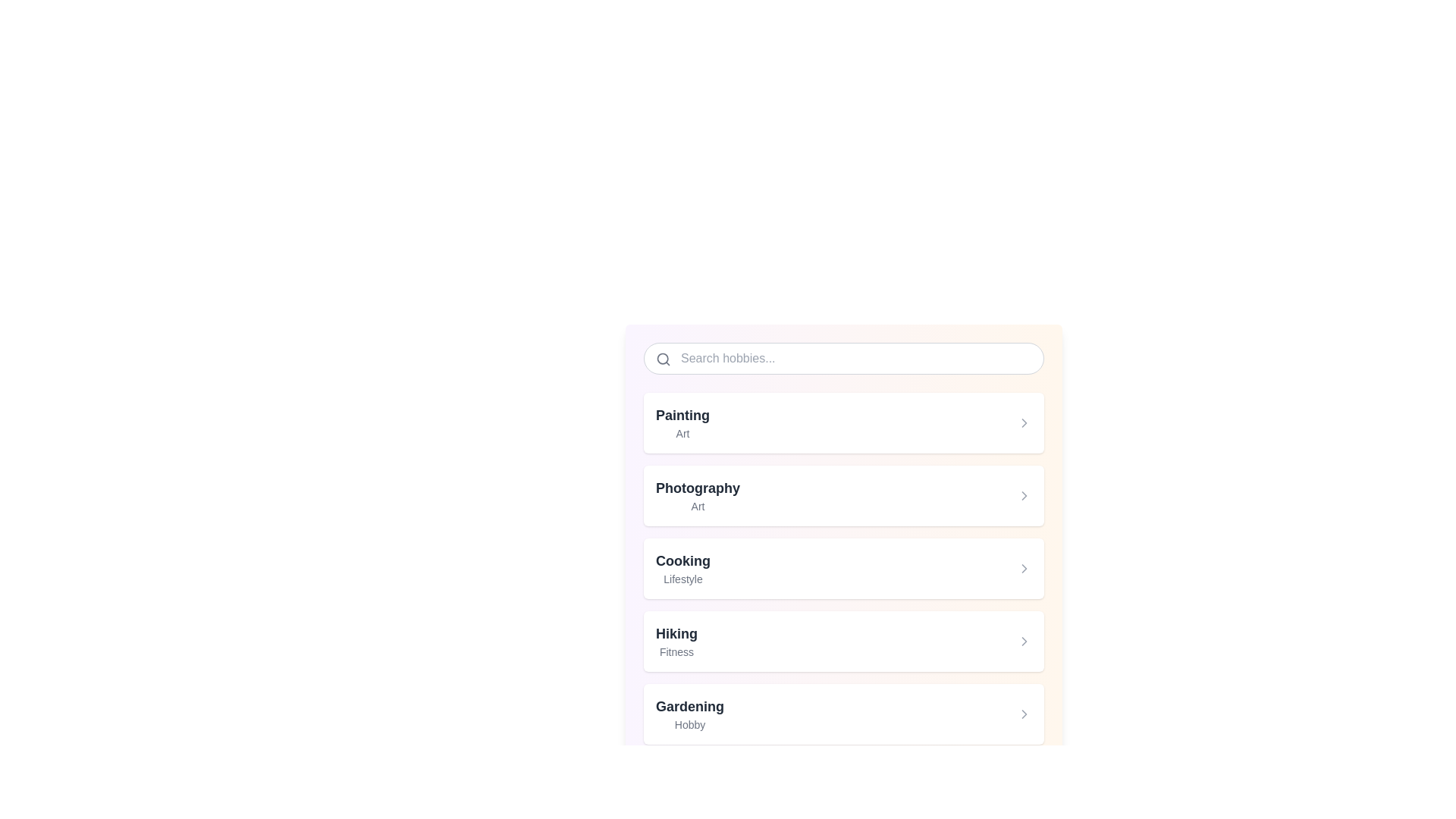 The image size is (1456, 819). I want to click on the 'Lifestyle' text display label, which is styled in light gray and located below the 'Cooking' label in the categorized list view, so click(682, 579).